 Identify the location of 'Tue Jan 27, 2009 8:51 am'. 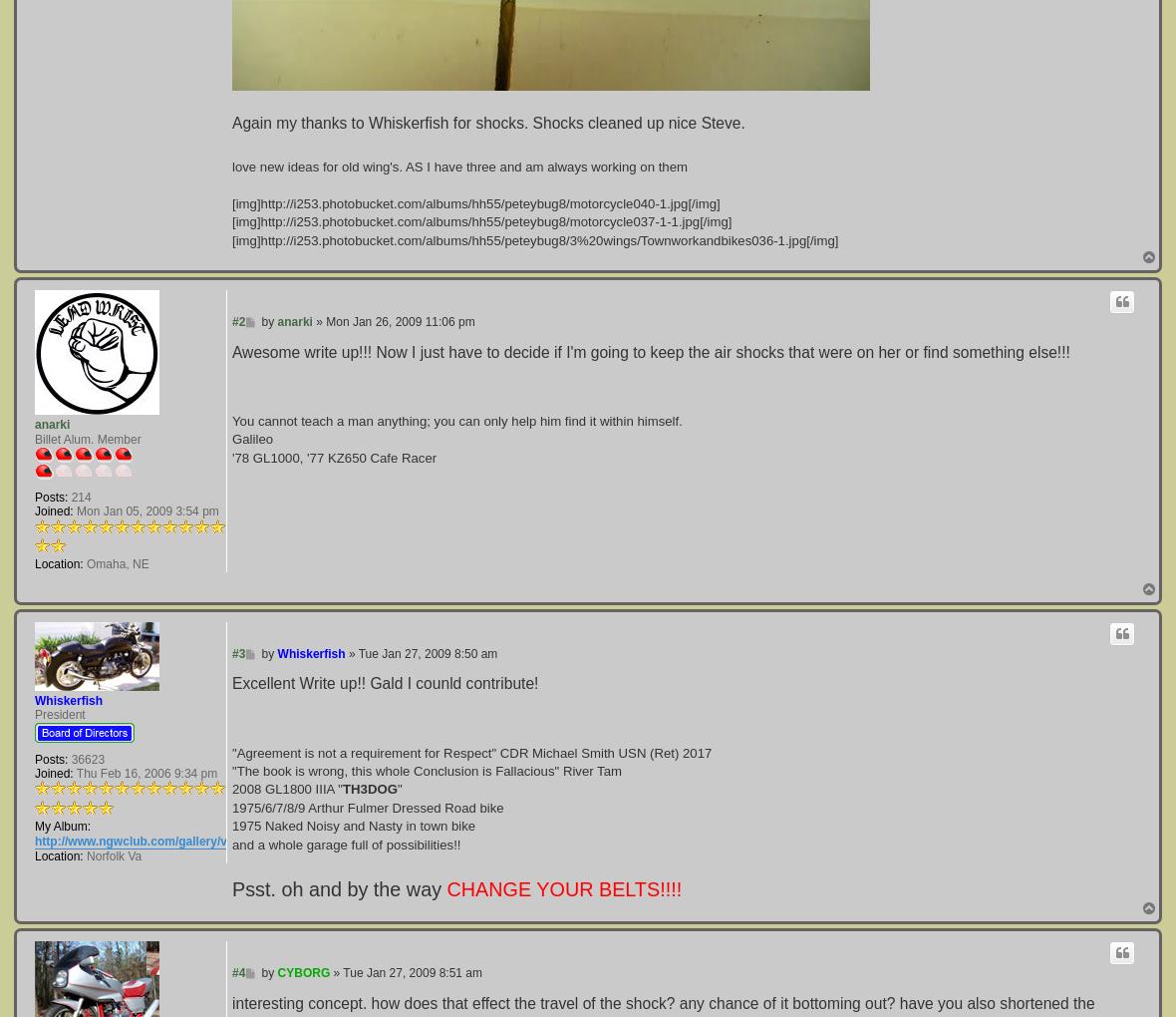
(411, 972).